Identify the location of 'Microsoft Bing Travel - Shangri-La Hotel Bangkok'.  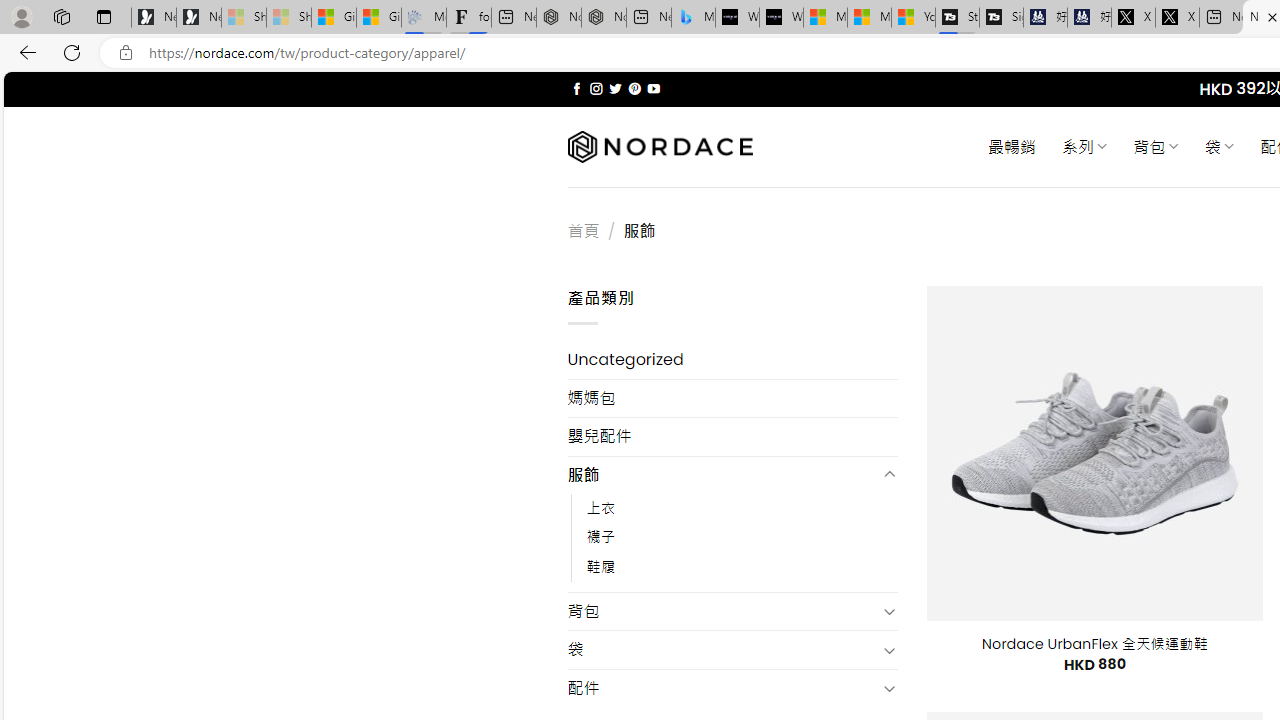
(693, 17).